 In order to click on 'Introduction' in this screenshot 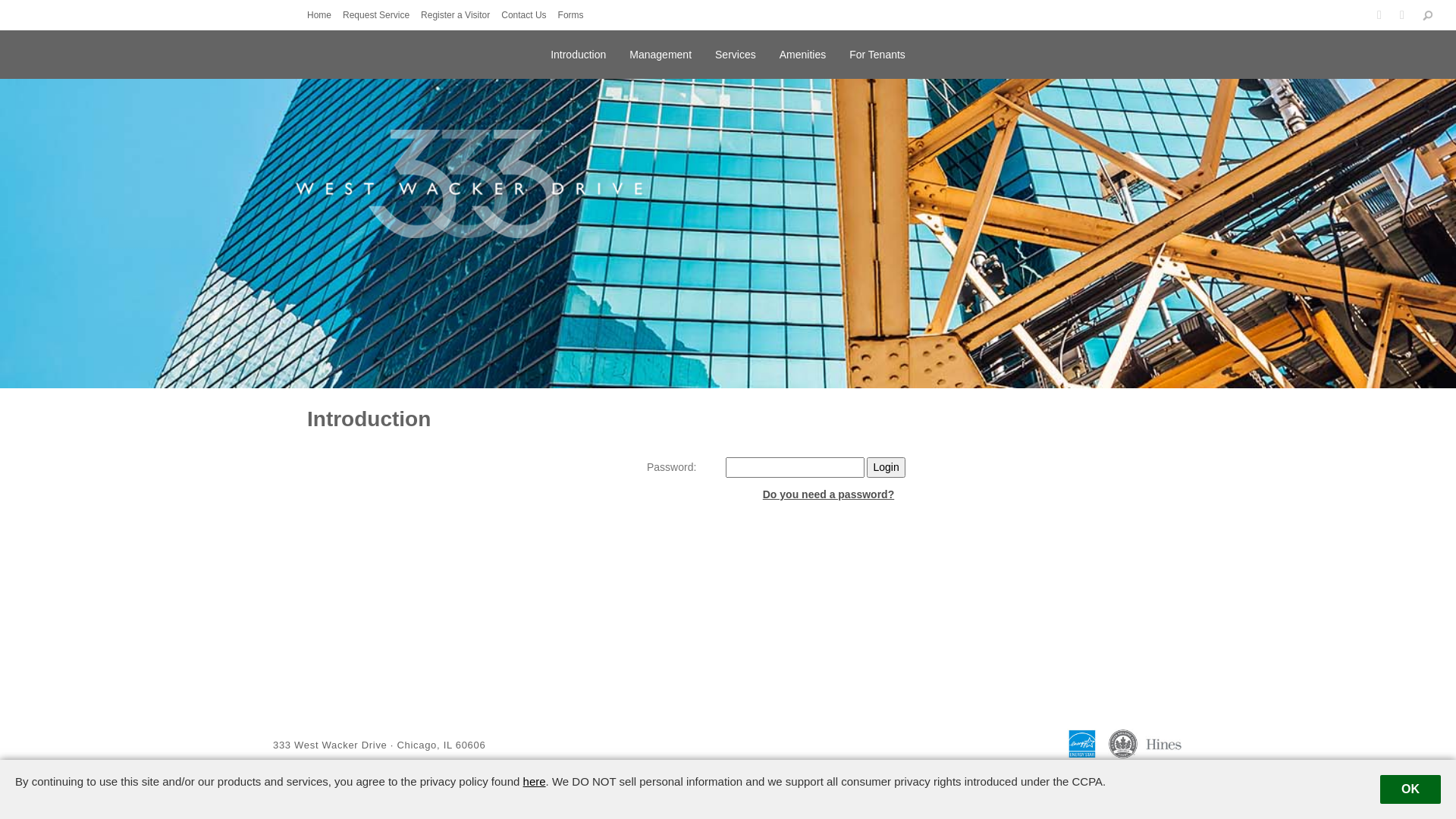, I will do `click(577, 52)`.